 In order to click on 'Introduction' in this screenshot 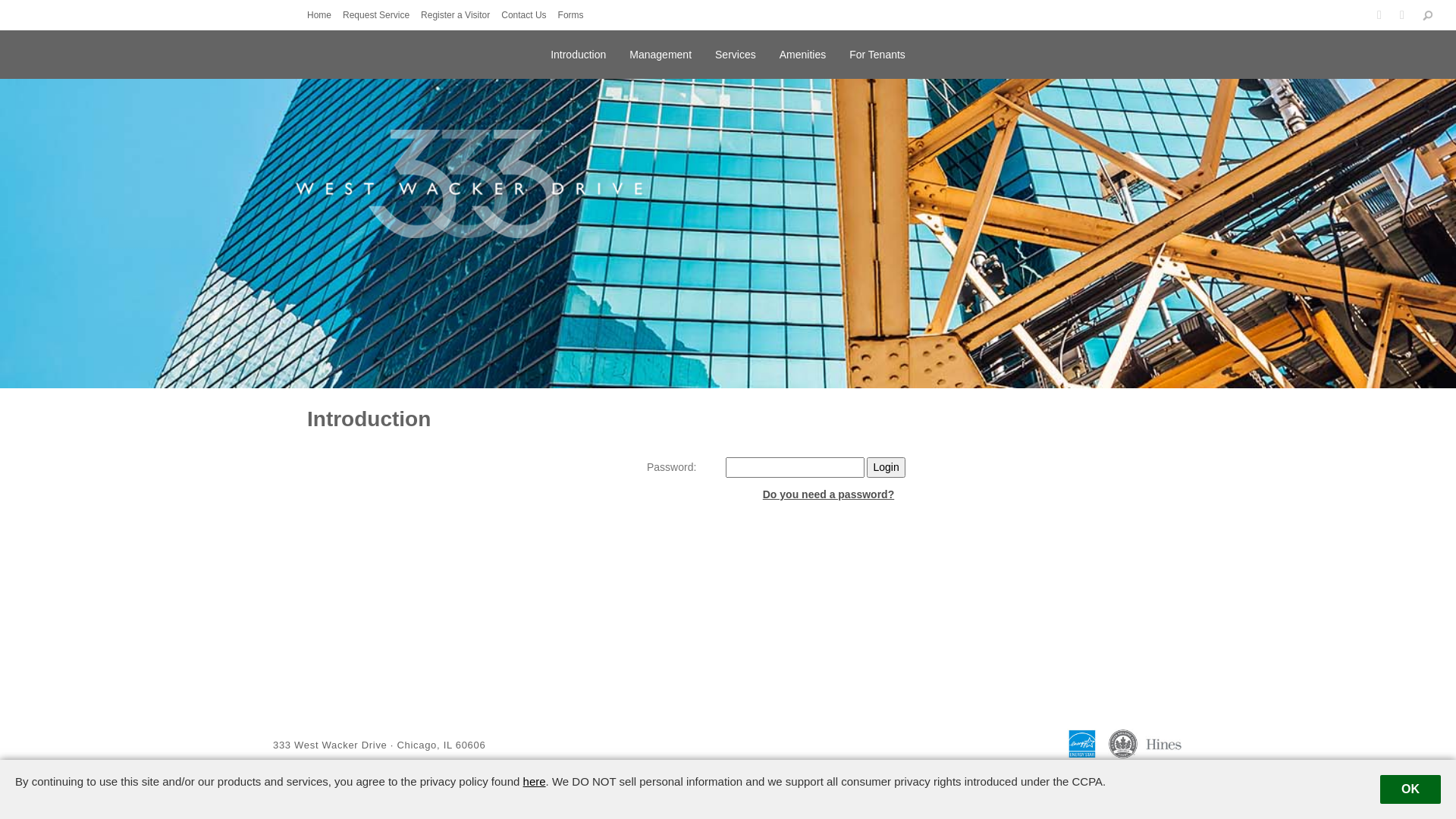, I will do `click(577, 52)`.